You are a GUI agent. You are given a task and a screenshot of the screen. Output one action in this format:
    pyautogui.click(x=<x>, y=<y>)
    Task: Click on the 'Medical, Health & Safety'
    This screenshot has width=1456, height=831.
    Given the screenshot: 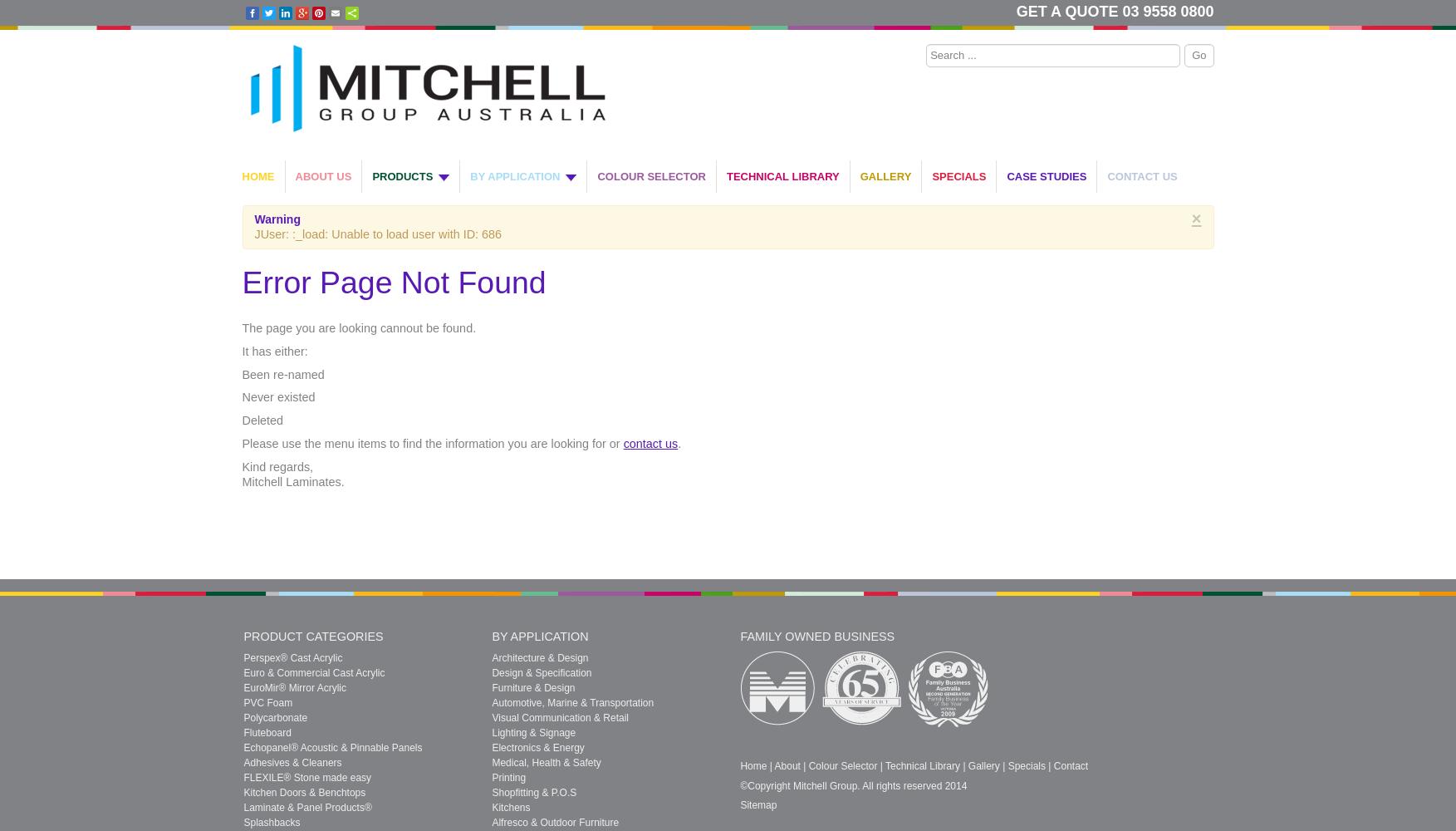 What is the action you would take?
    pyautogui.click(x=546, y=762)
    